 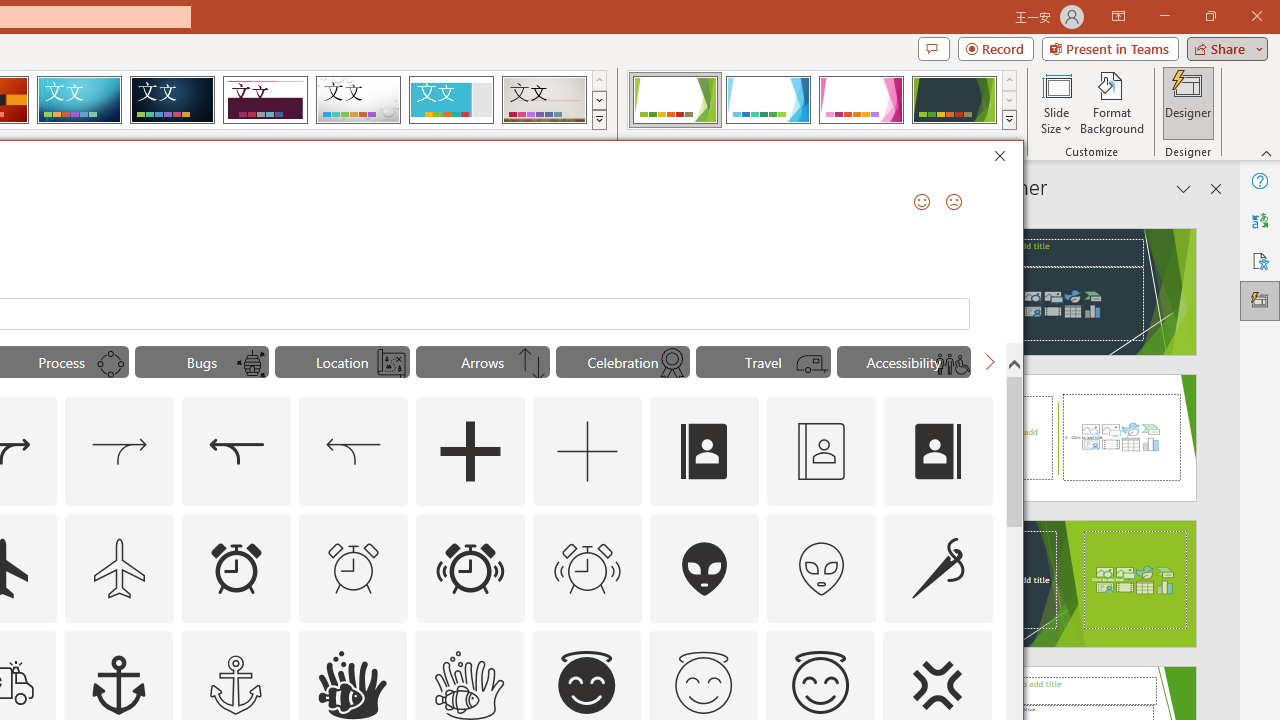 What do you see at coordinates (532, 364) in the screenshot?
I see `'AutomationID: Icons_Sort_M'` at bounding box center [532, 364].